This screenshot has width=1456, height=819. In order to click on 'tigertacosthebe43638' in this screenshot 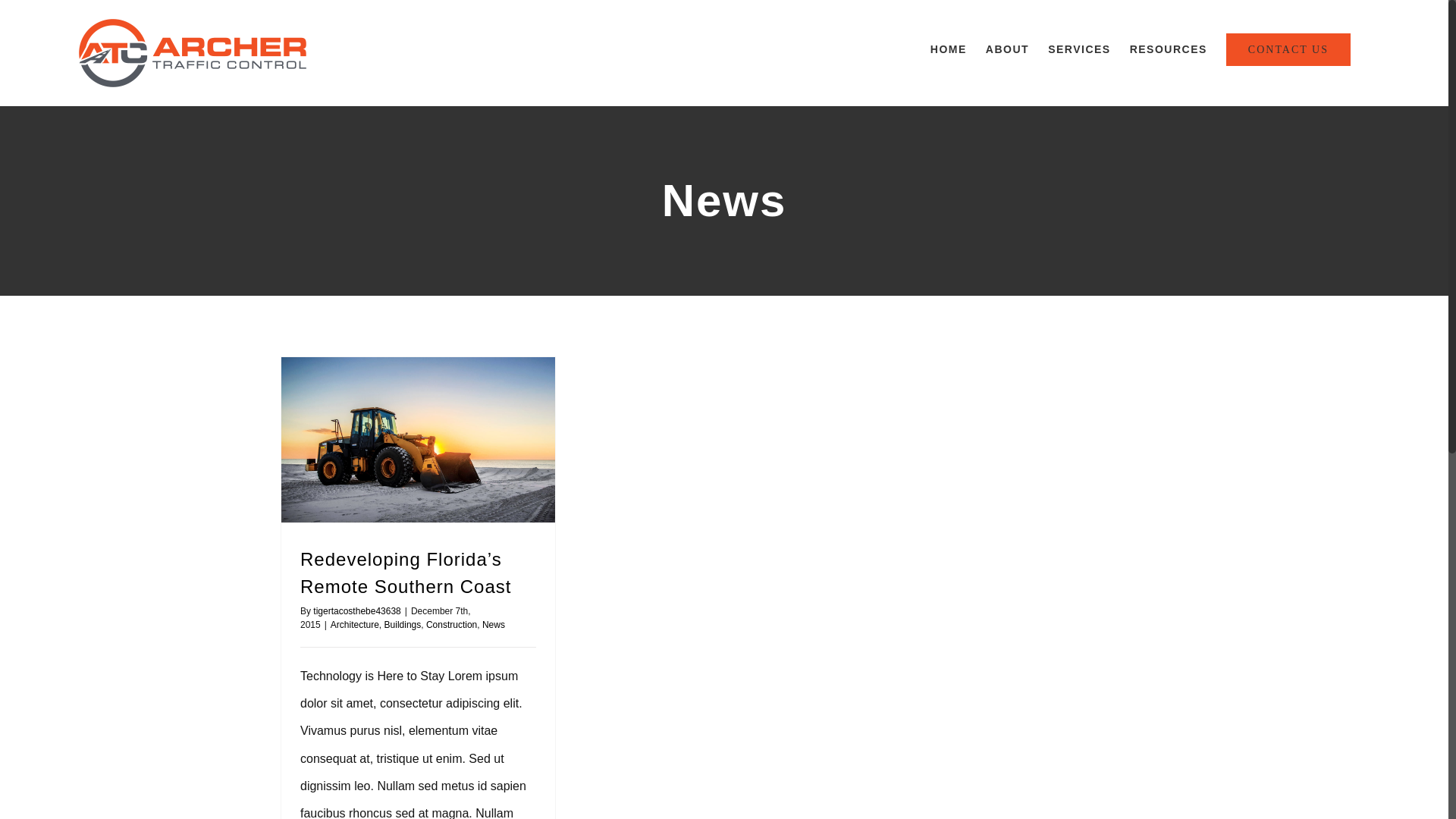, I will do `click(356, 610)`.